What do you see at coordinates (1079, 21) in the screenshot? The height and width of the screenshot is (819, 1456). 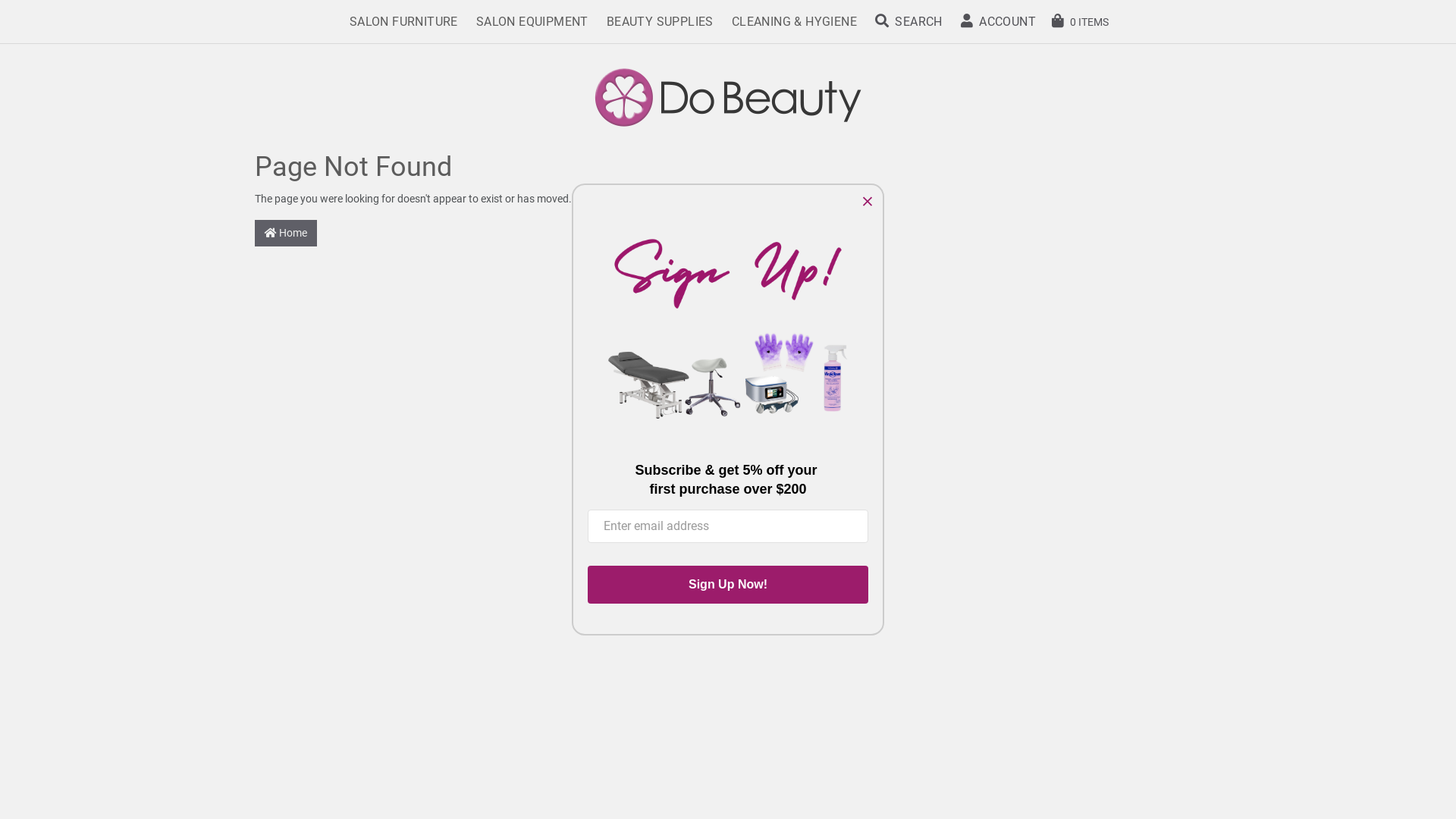 I see `'0 ITEMS'` at bounding box center [1079, 21].